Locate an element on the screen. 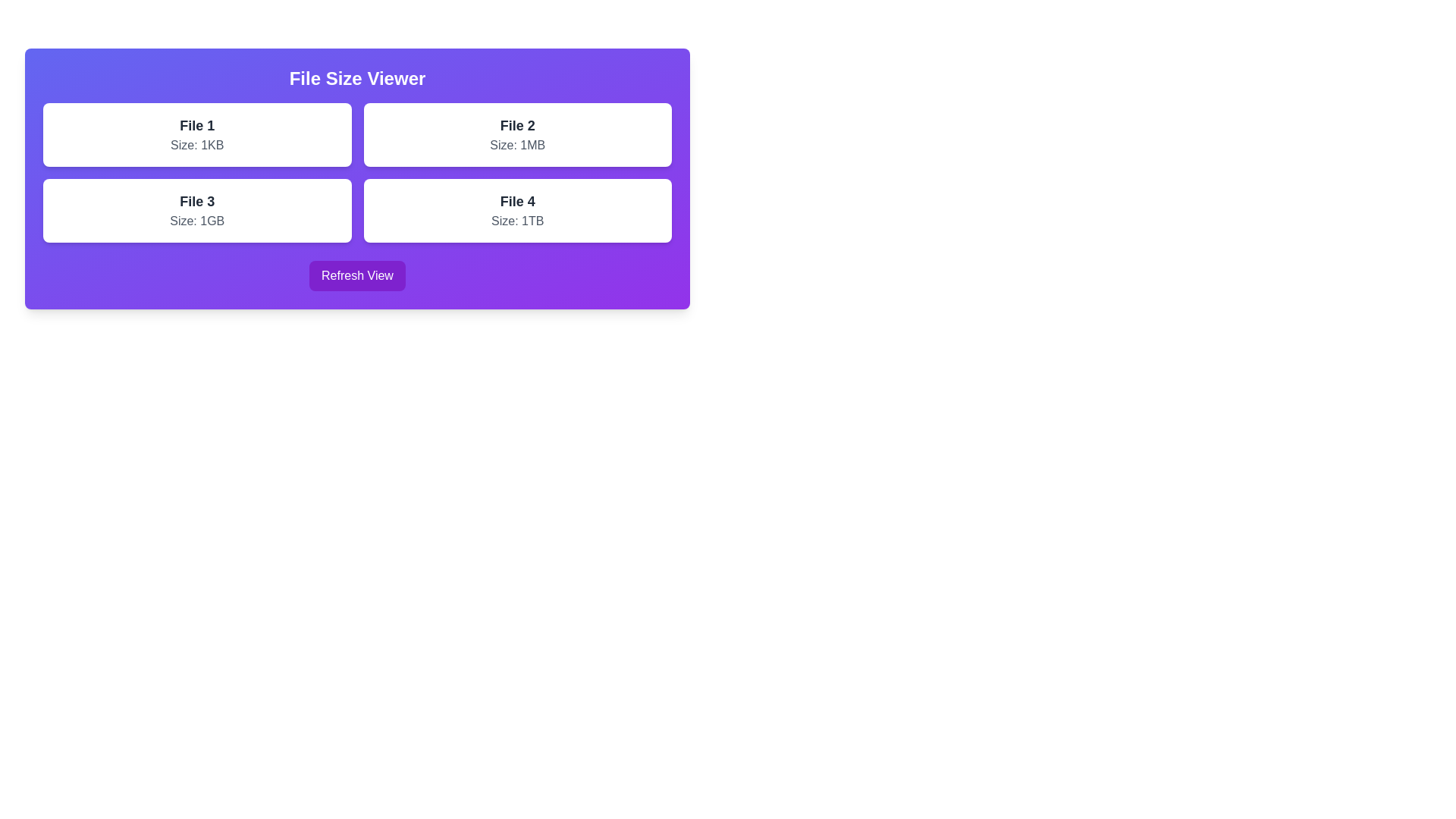 The height and width of the screenshot is (819, 1456). the static text label that conveys file size information for 'File 3', located at the bottom of the card labeled 'File 3' is located at coordinates (196, 221).